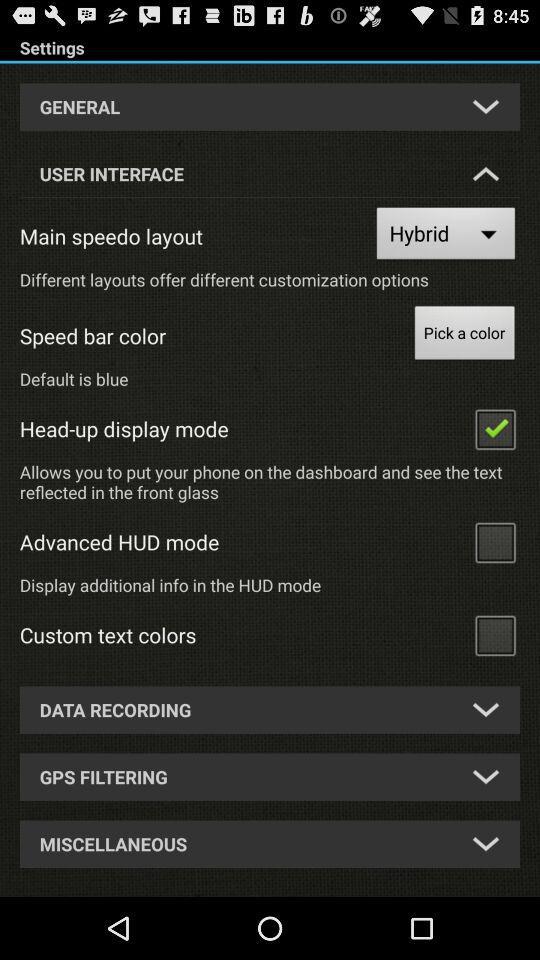 Image resolution: width=540 pixels, height=960 pixels. I want to click on turn on advanced hud mode, so click(494, 541).